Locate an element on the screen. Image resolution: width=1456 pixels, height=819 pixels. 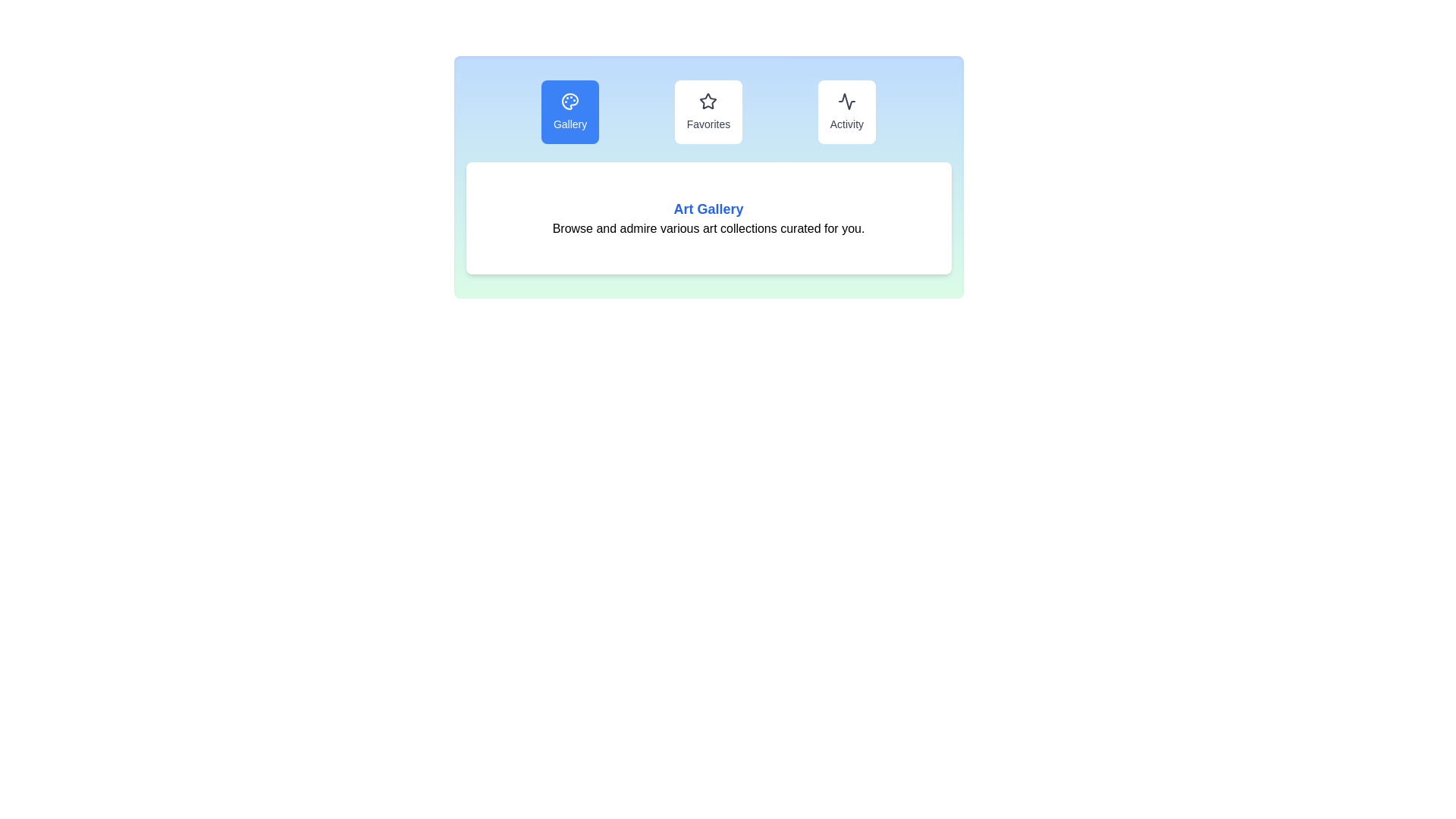
the interactive button labeled Gallery is located at coordinates (570, 111).